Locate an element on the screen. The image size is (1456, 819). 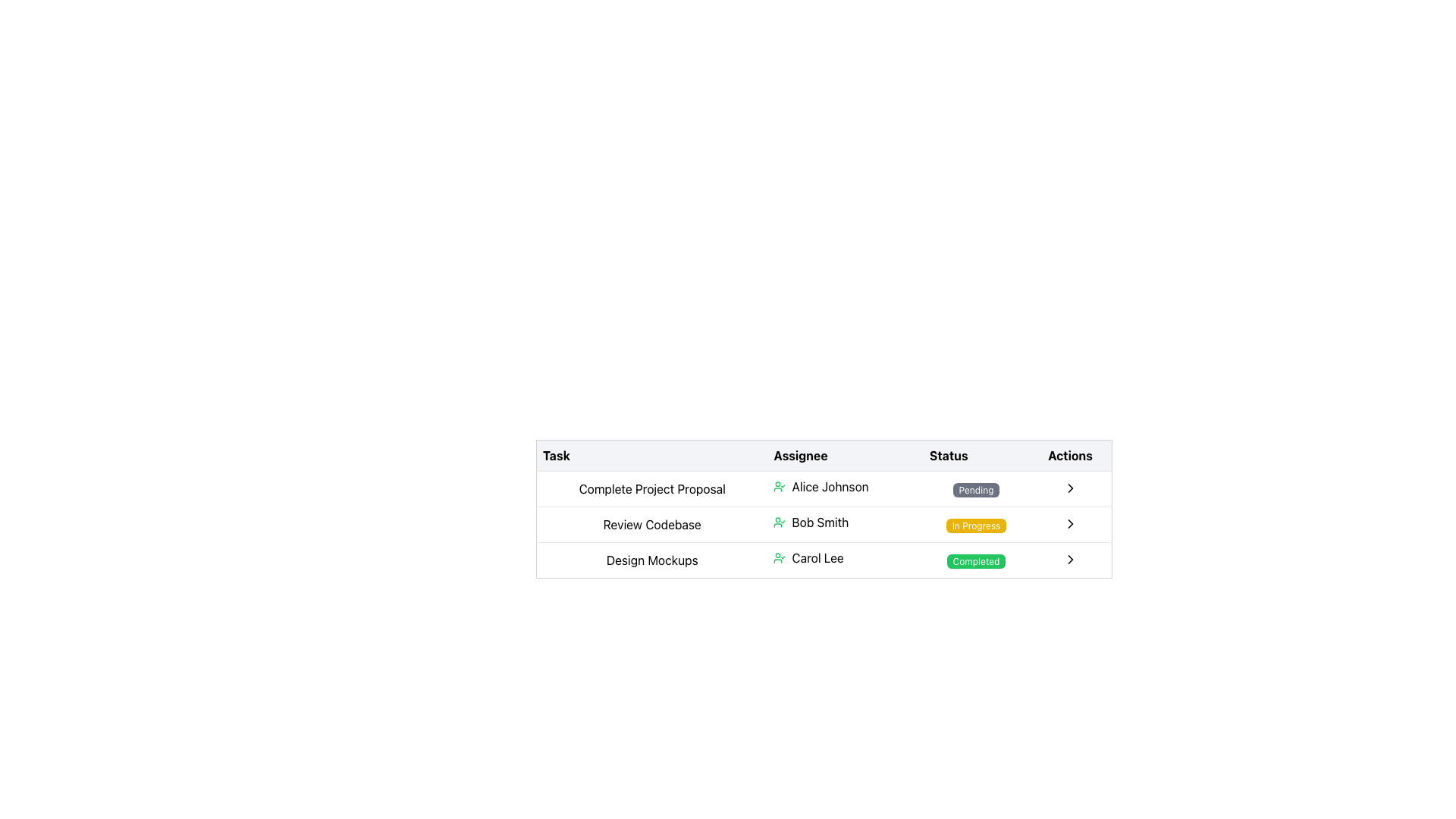
the third row of the task table that contains the task name 'Design Mockups', assignee 'Carol Lee', status 'Completed', and an arrow icon is located at coordinates (823, 560).